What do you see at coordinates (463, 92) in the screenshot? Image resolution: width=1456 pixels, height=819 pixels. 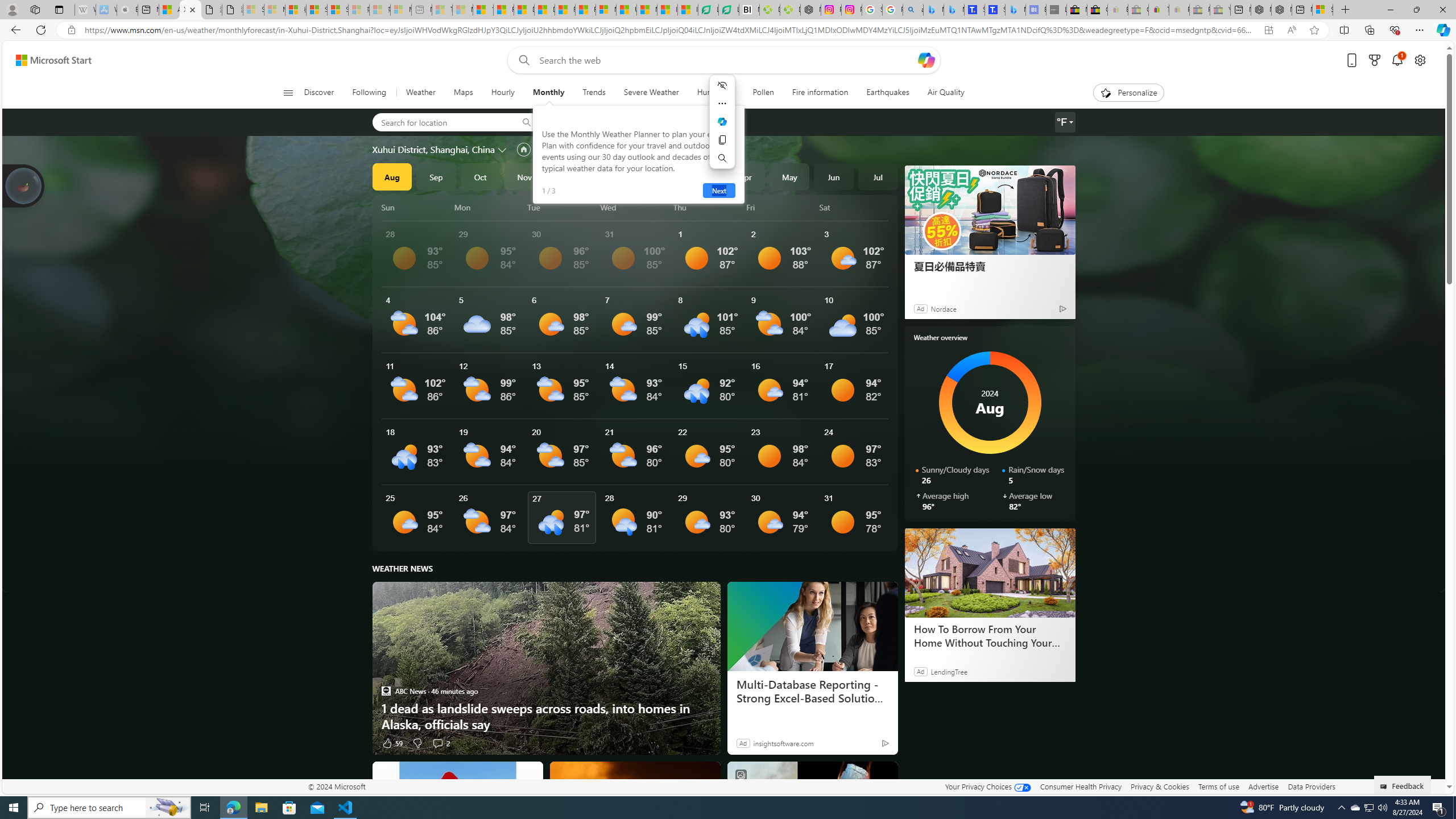 I see `'Maps'` at bounding box center [463, 92].